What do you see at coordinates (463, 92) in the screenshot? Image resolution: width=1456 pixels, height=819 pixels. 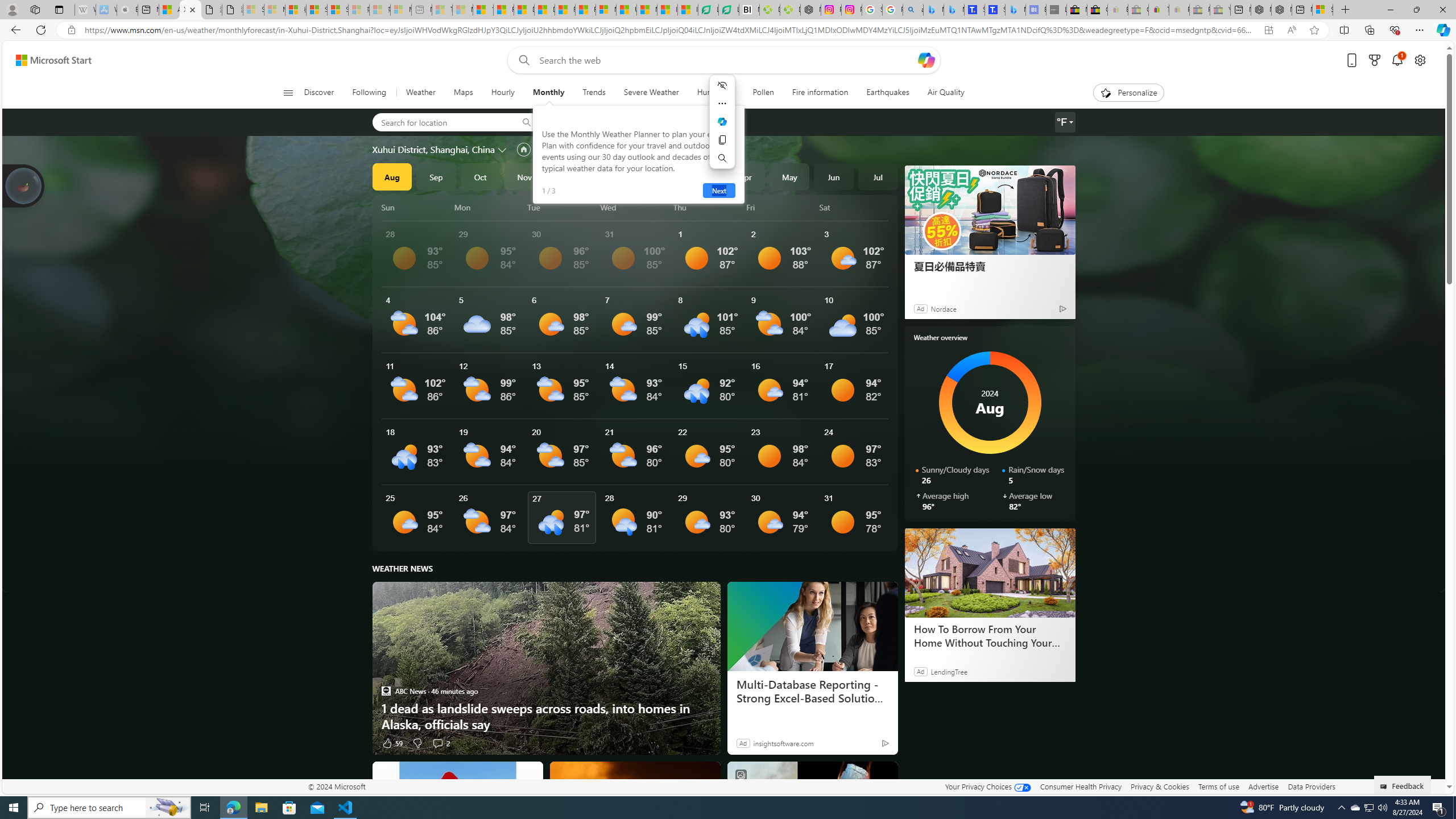 I see `'Maps'` at bounding box center [463, 92].